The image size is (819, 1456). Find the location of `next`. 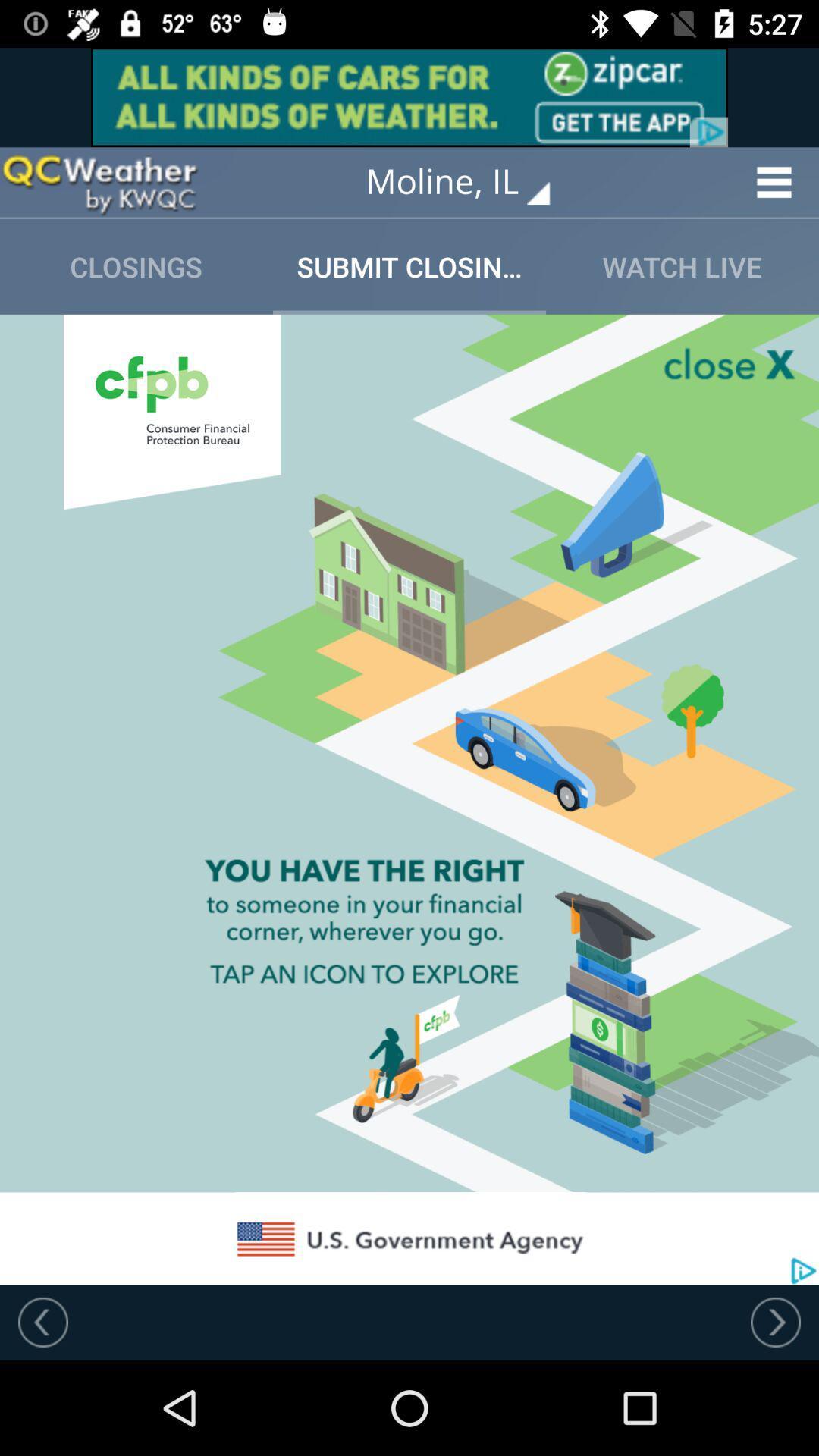

next is located at coordinates (775, 1321).